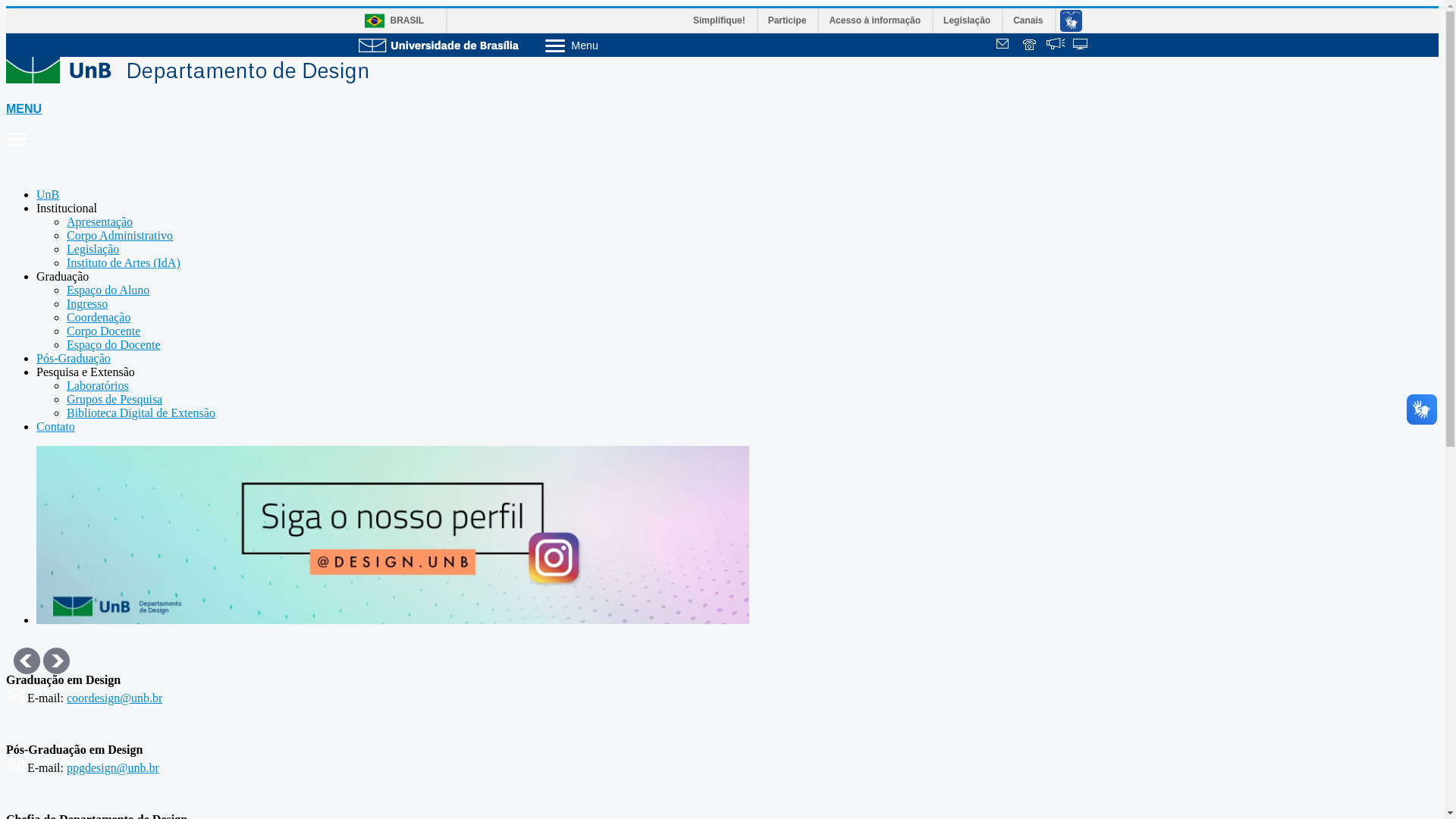 The image size is (1456, 819). Describe the element at coordinates (102, 330) in the screenshot. I see `'Corpo Docente'` at that location.